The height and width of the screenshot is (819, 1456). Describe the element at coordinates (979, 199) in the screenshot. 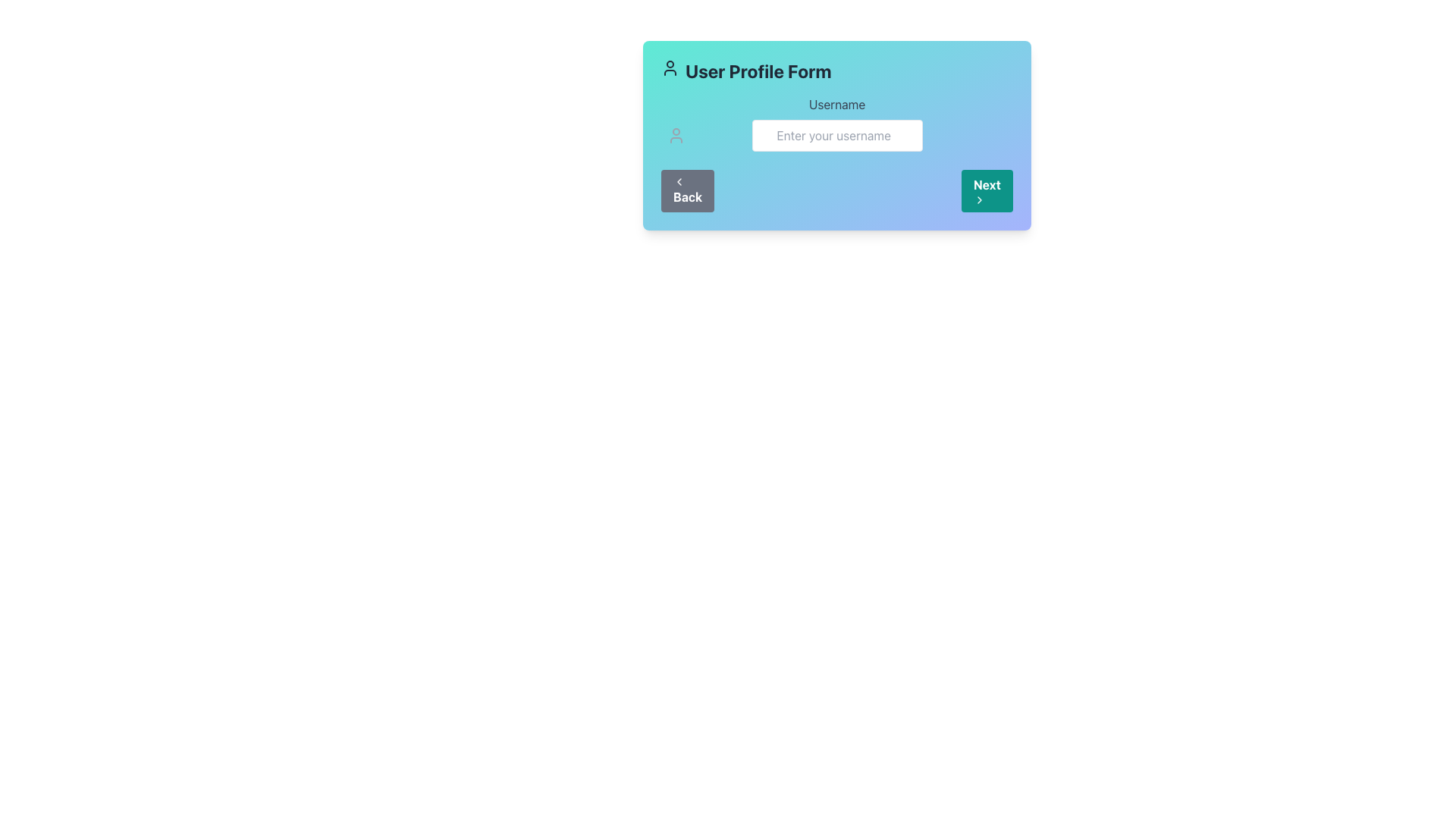

I see `the right-facing chevron arrow icon located at the rightmost end of the 'Next' button` at that location.